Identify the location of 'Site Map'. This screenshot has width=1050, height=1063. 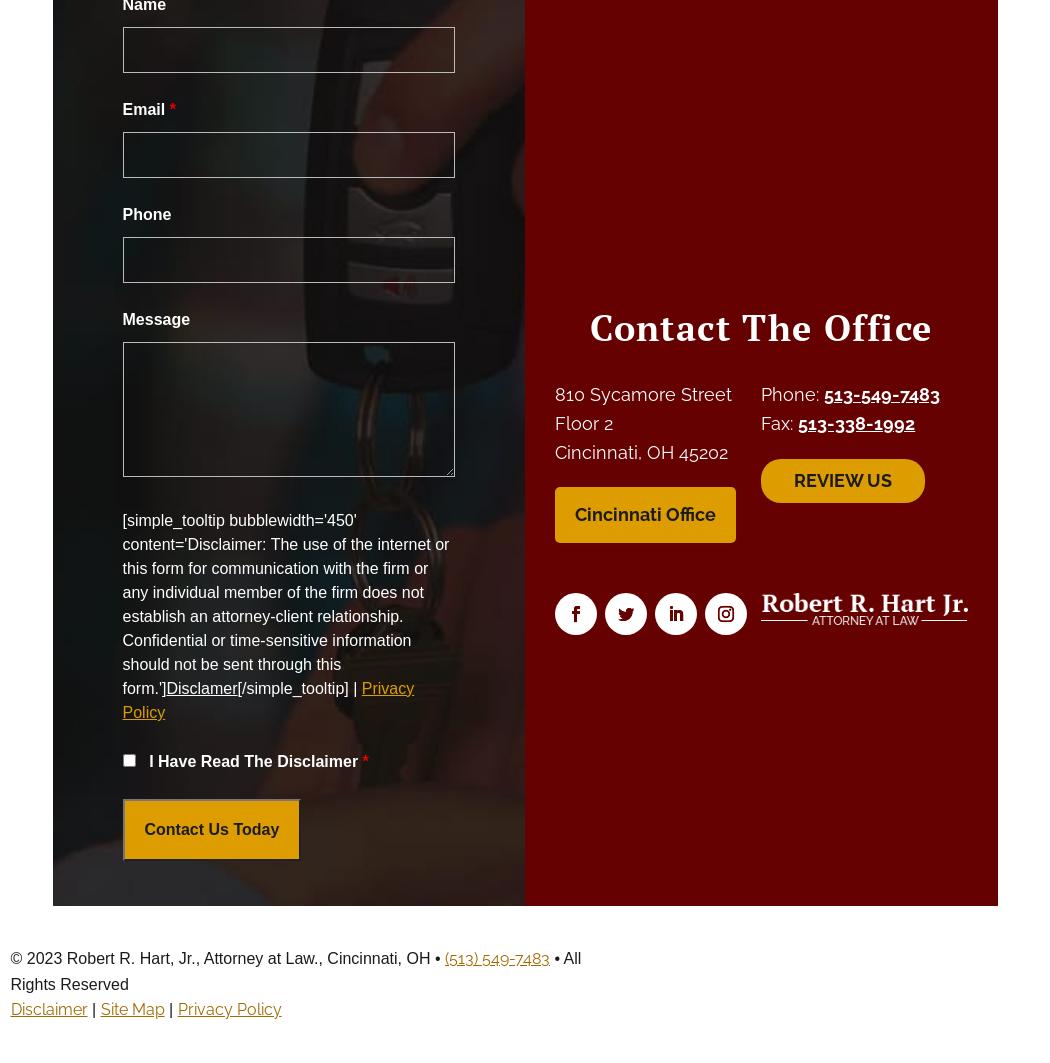
(130, 1008).